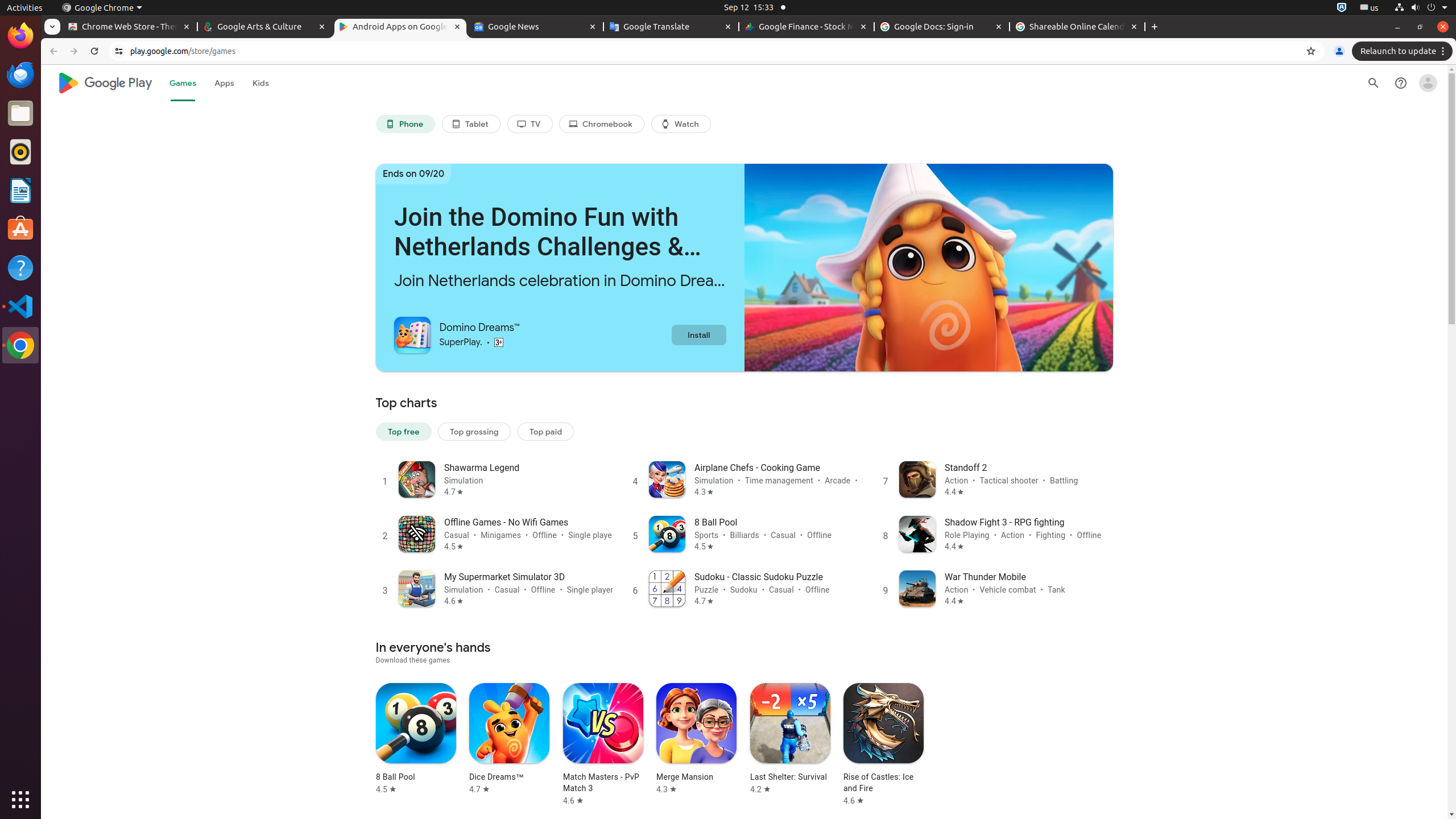  I want to click on 'Relaunch to update', so click(1403, 51).